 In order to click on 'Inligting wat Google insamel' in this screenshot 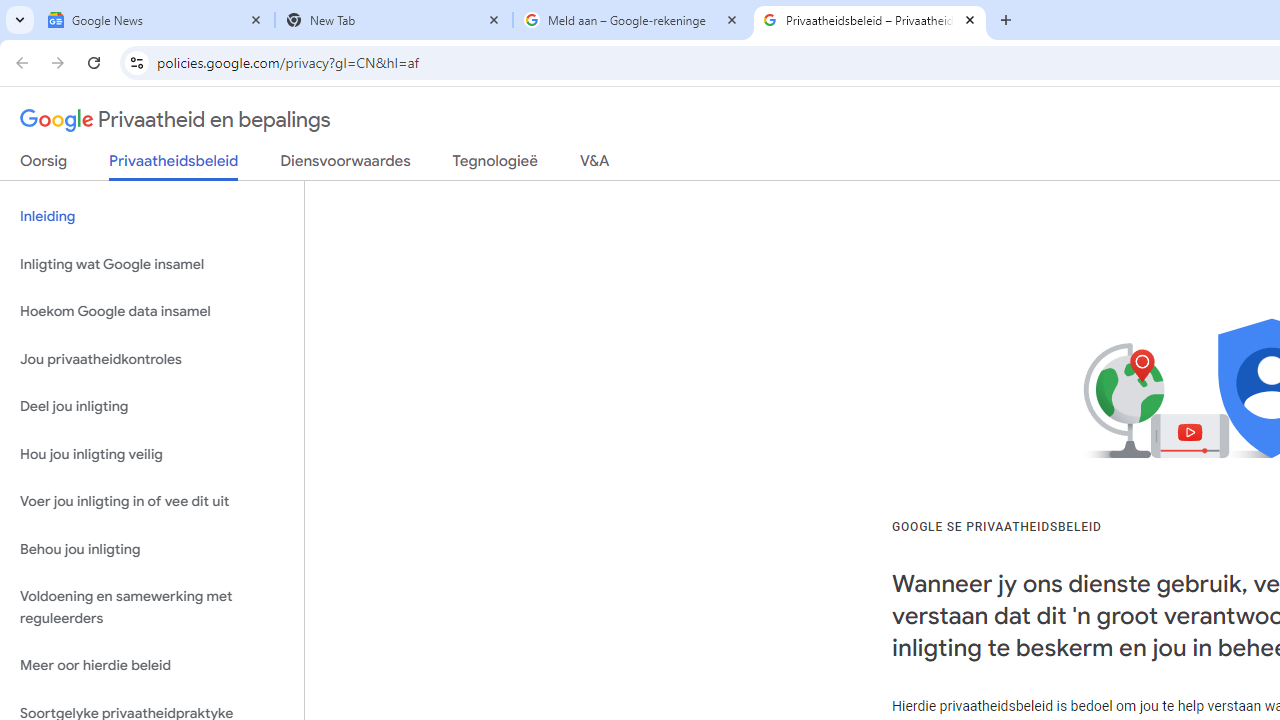, I will do `click(151, 263)`.